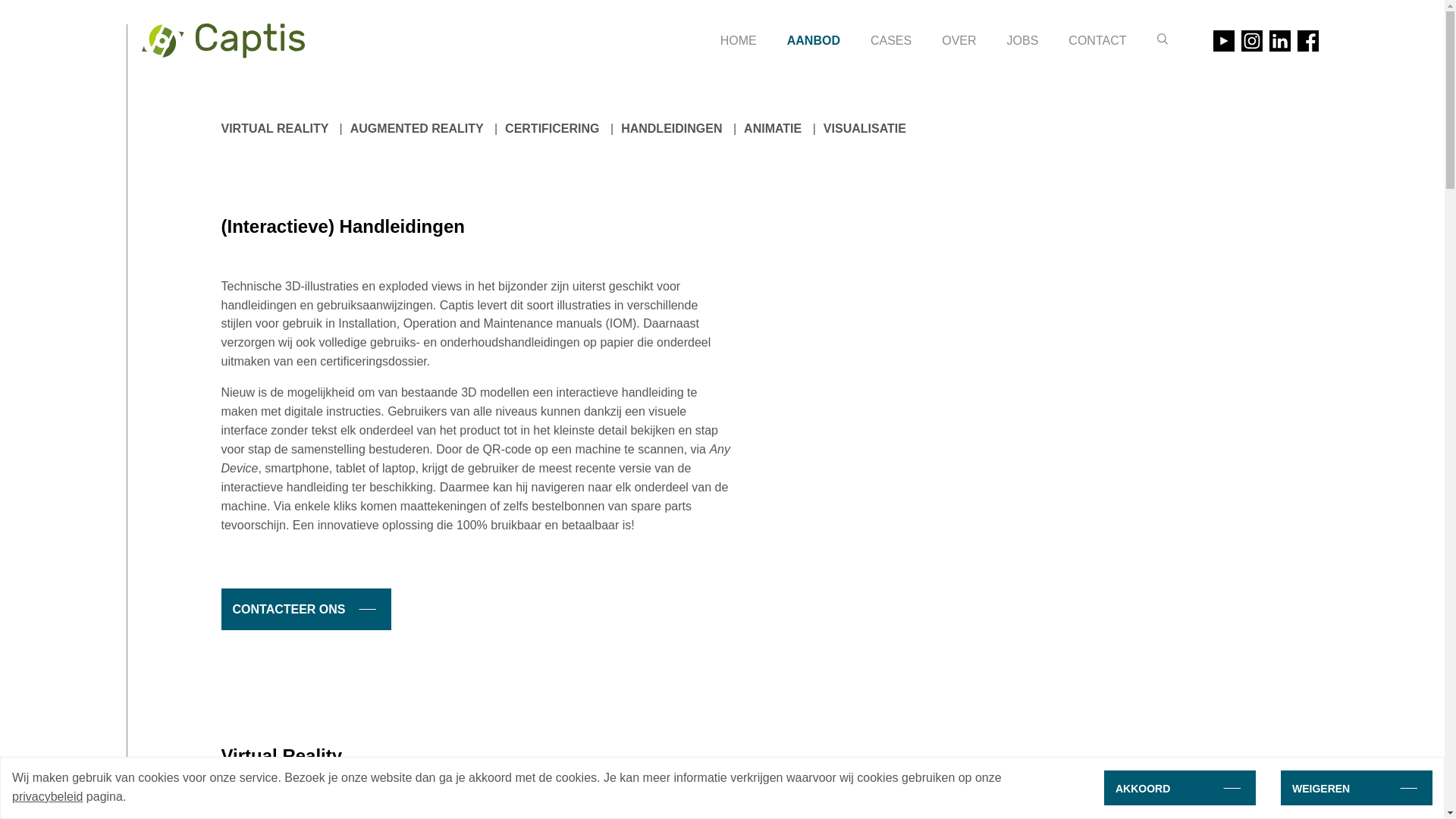 This screenshot has height=819, width=1456. I want to click on 'CONTACT', so click(1097, 40).